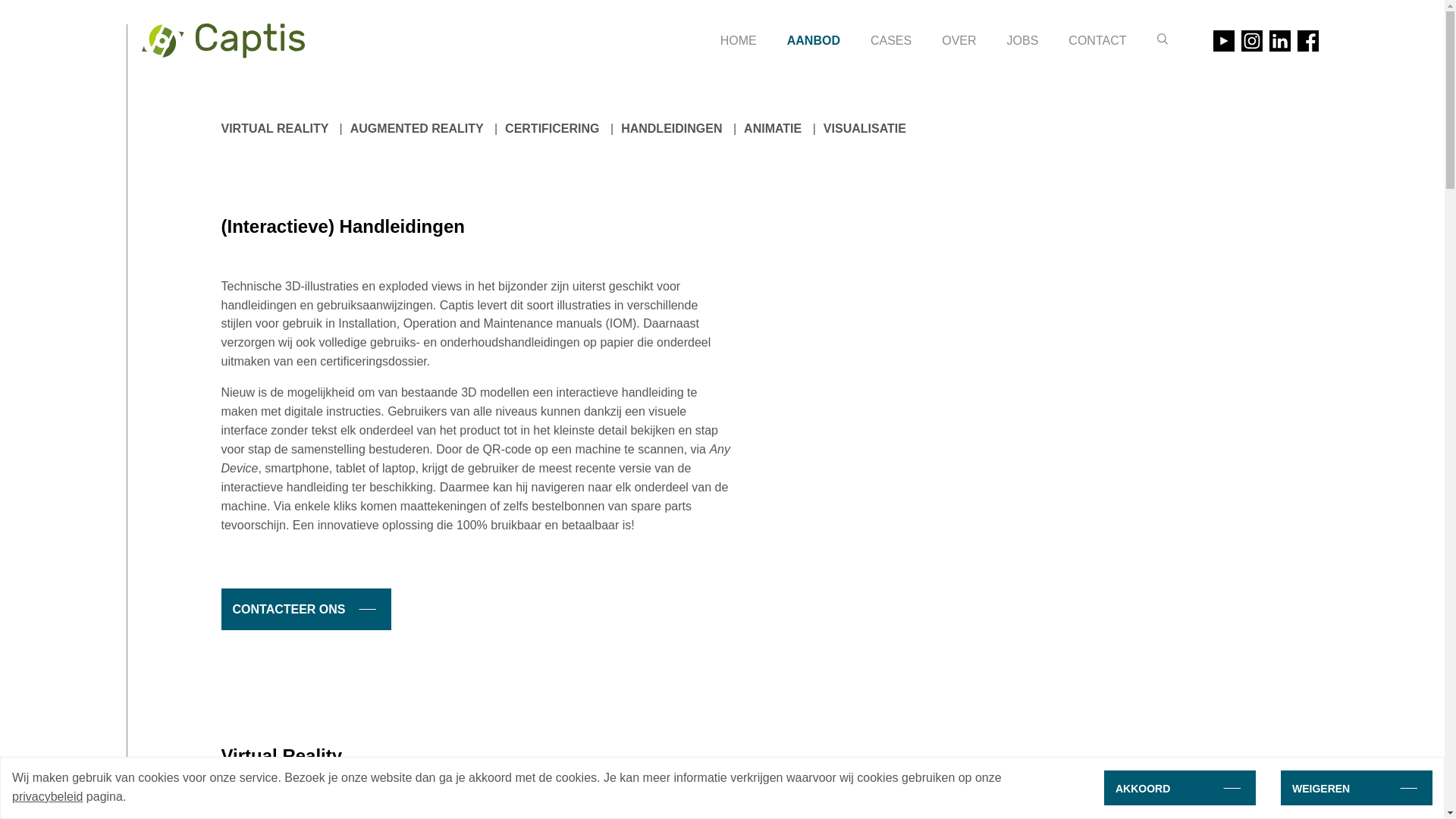 This screenshot has height=819, width=1456. I want to click on 'CONTACT', so click(1097, 40).